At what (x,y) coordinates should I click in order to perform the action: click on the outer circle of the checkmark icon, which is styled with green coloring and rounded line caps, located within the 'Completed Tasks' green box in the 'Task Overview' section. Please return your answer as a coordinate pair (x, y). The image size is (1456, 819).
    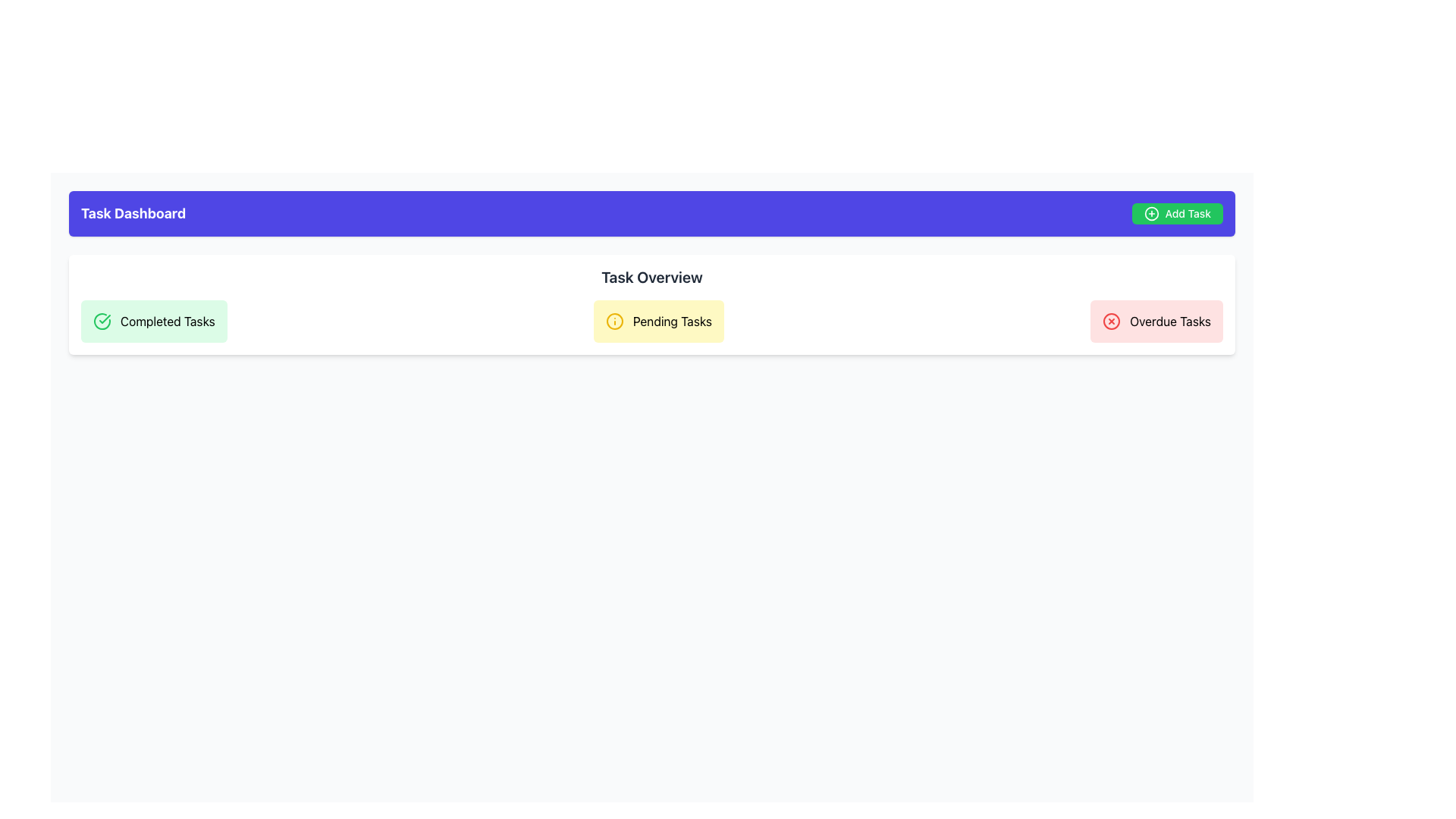
    Looking at the image, I should click on (101, 321).